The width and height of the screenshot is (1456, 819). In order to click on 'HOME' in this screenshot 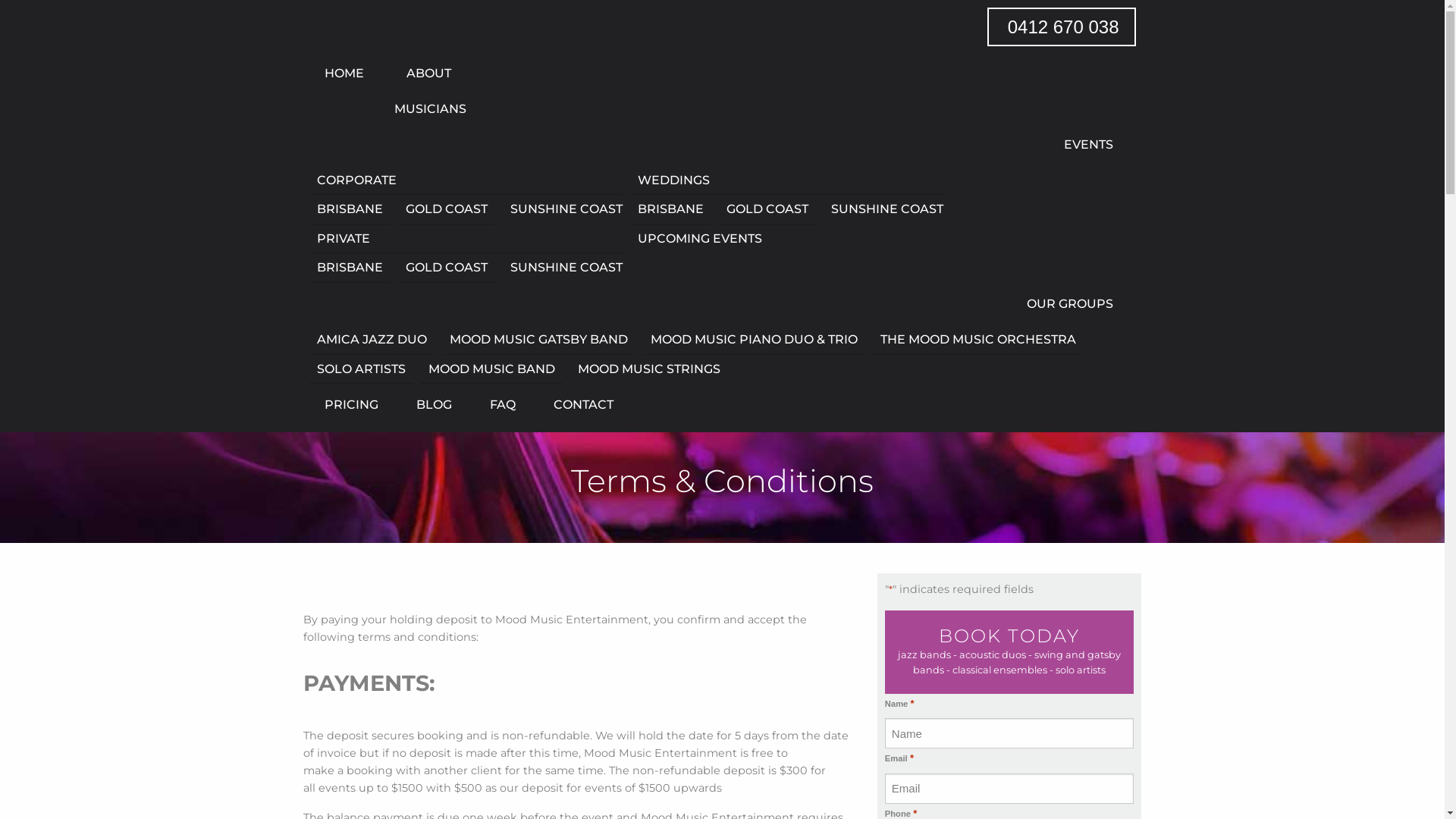, I will do `click(344, 73)`.